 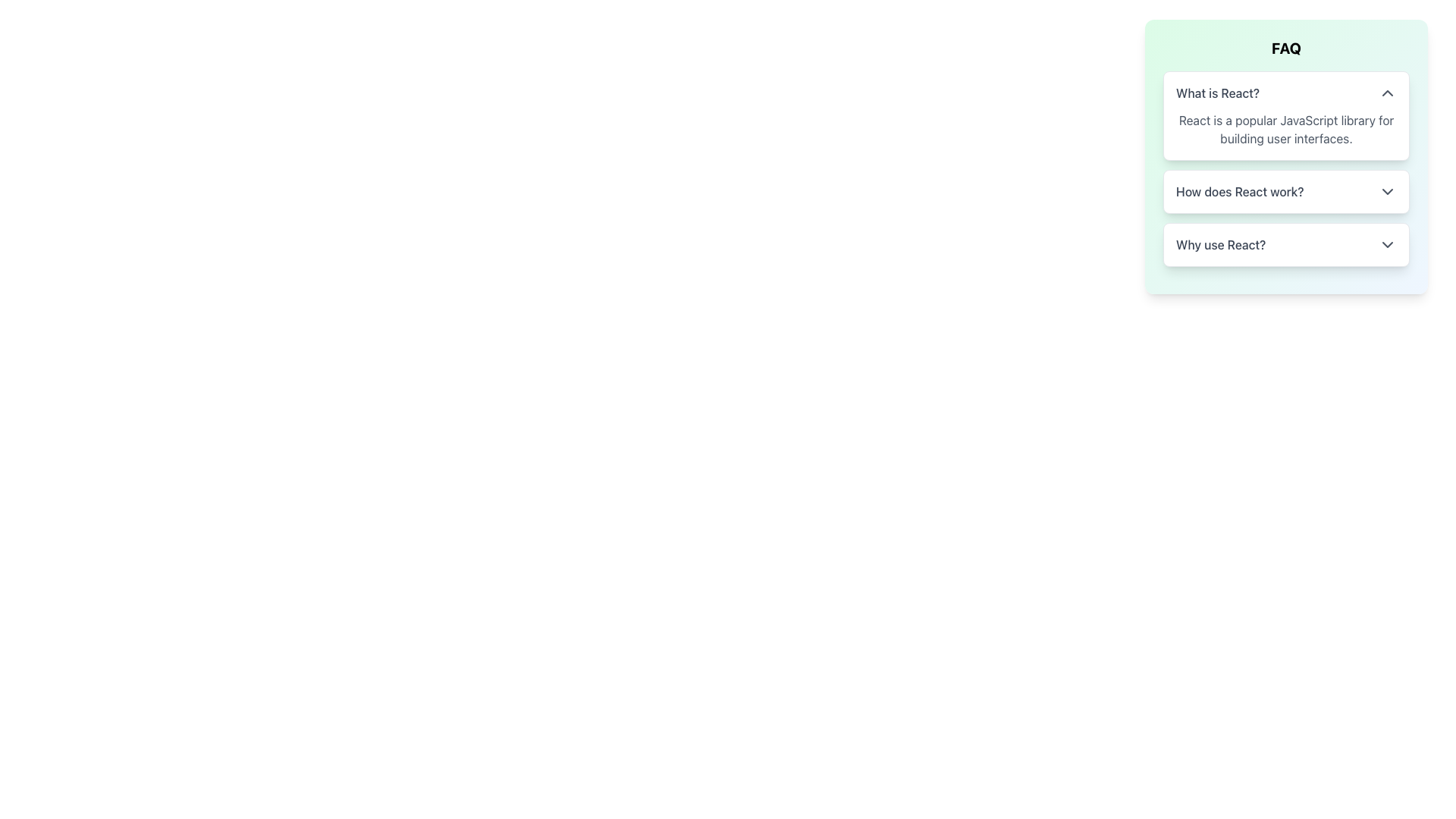 What do you see at coordinates (1387, 191) in the screenshot?
I see `the chevron-down icon located at the right end of the 'How does React work?' question row in the FAQ section` at bounding box center [1387, 191].